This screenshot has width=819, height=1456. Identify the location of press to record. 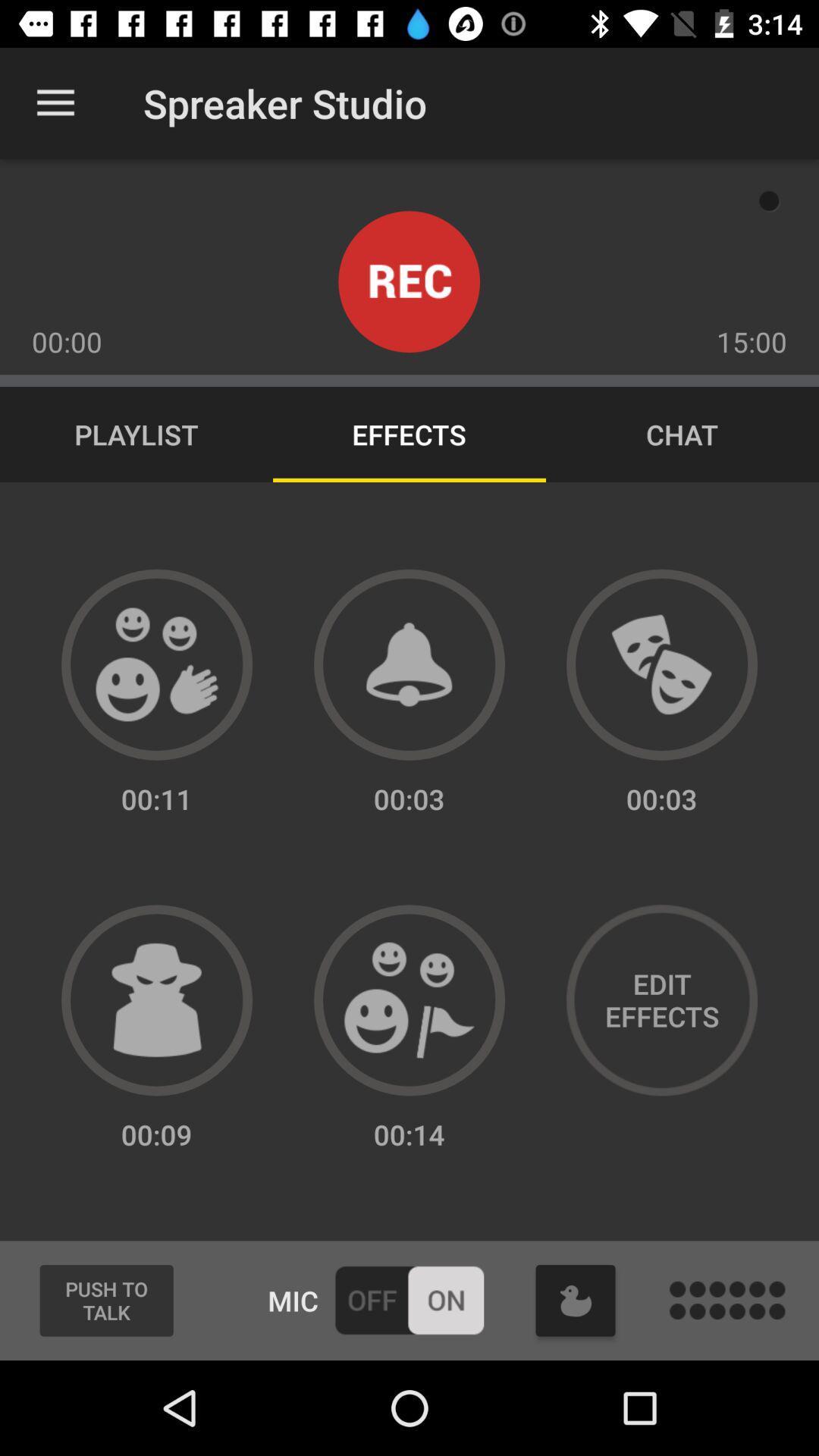
(408, 281).